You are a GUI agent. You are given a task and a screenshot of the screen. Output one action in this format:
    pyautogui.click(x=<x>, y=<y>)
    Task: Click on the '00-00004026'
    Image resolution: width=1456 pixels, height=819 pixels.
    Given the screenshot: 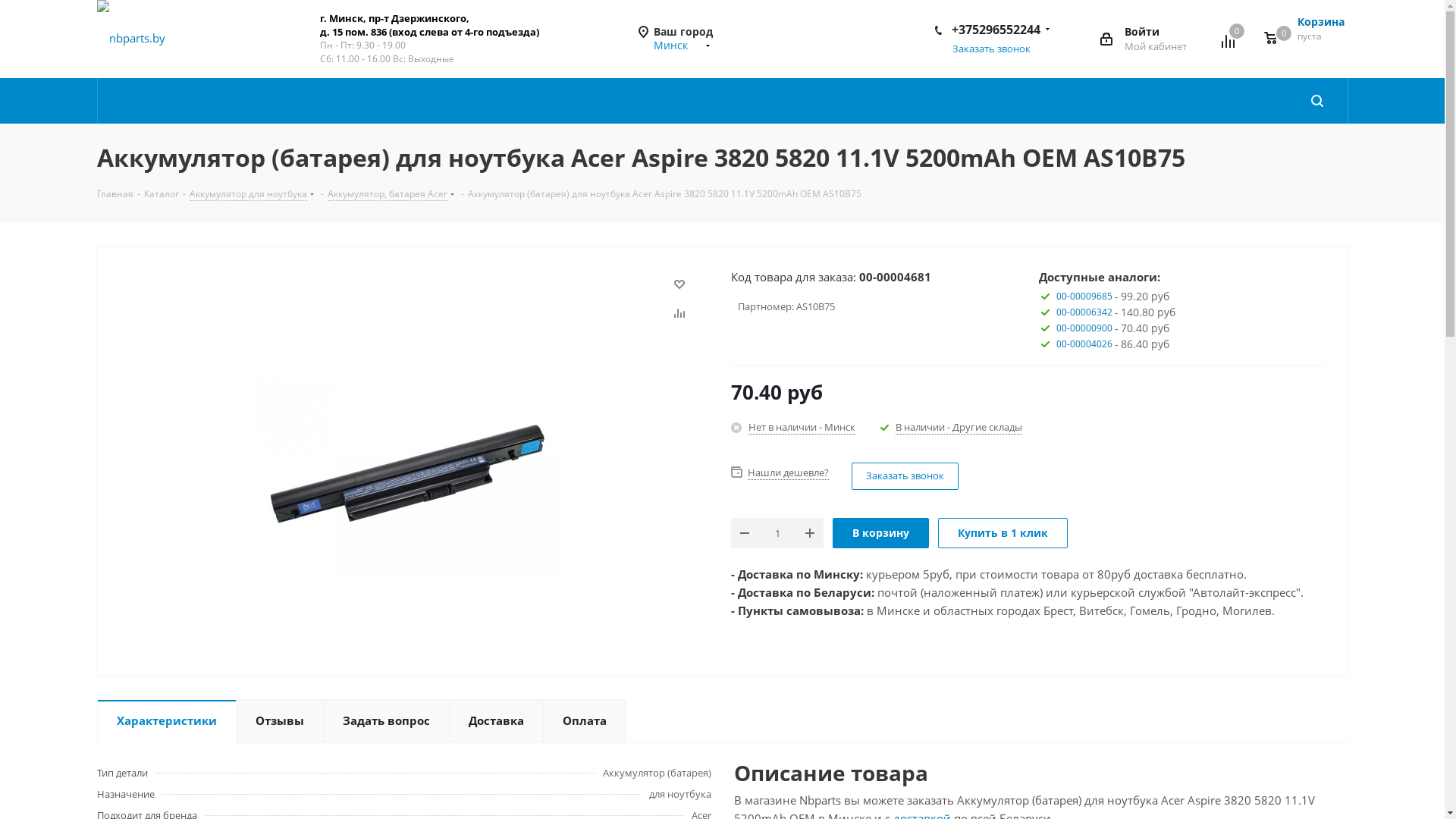 What is the action you would take?
    pyautogui.click(x=1084, y=344)
    